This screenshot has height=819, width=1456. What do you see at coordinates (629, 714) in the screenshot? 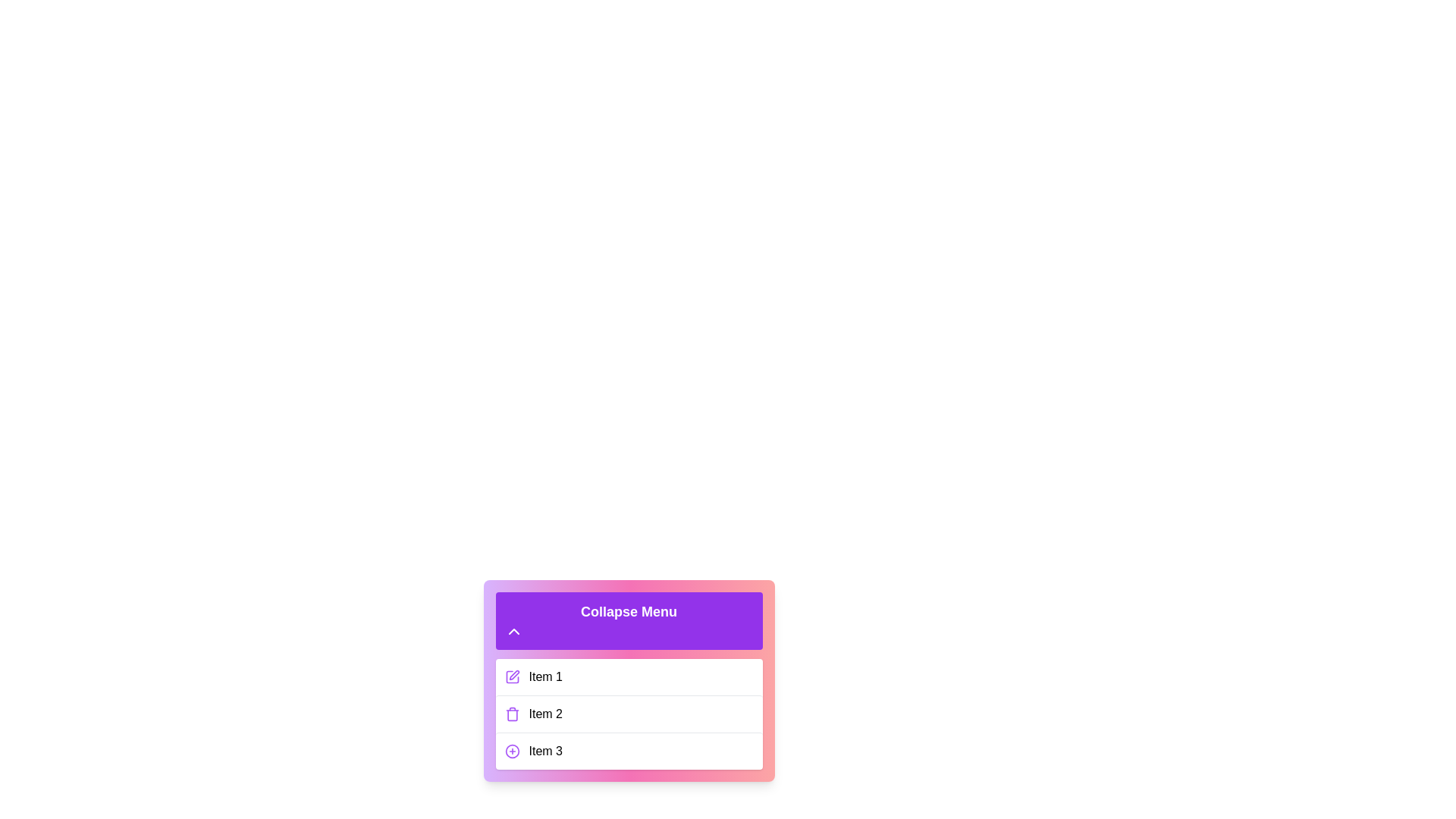
I see `the menu item labeled Item 2` at bounding box center [629, 714].